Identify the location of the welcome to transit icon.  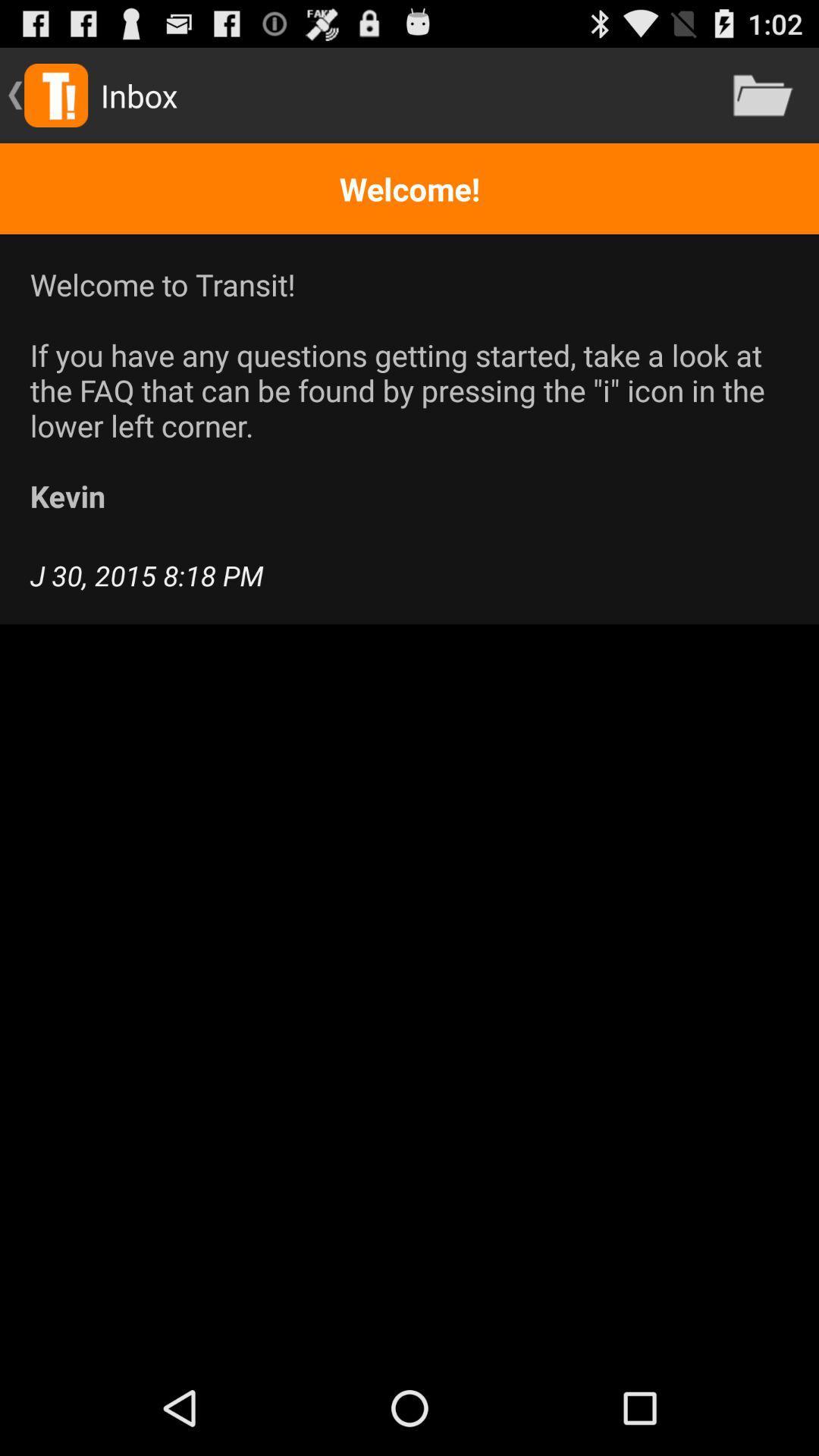
(409, 390).